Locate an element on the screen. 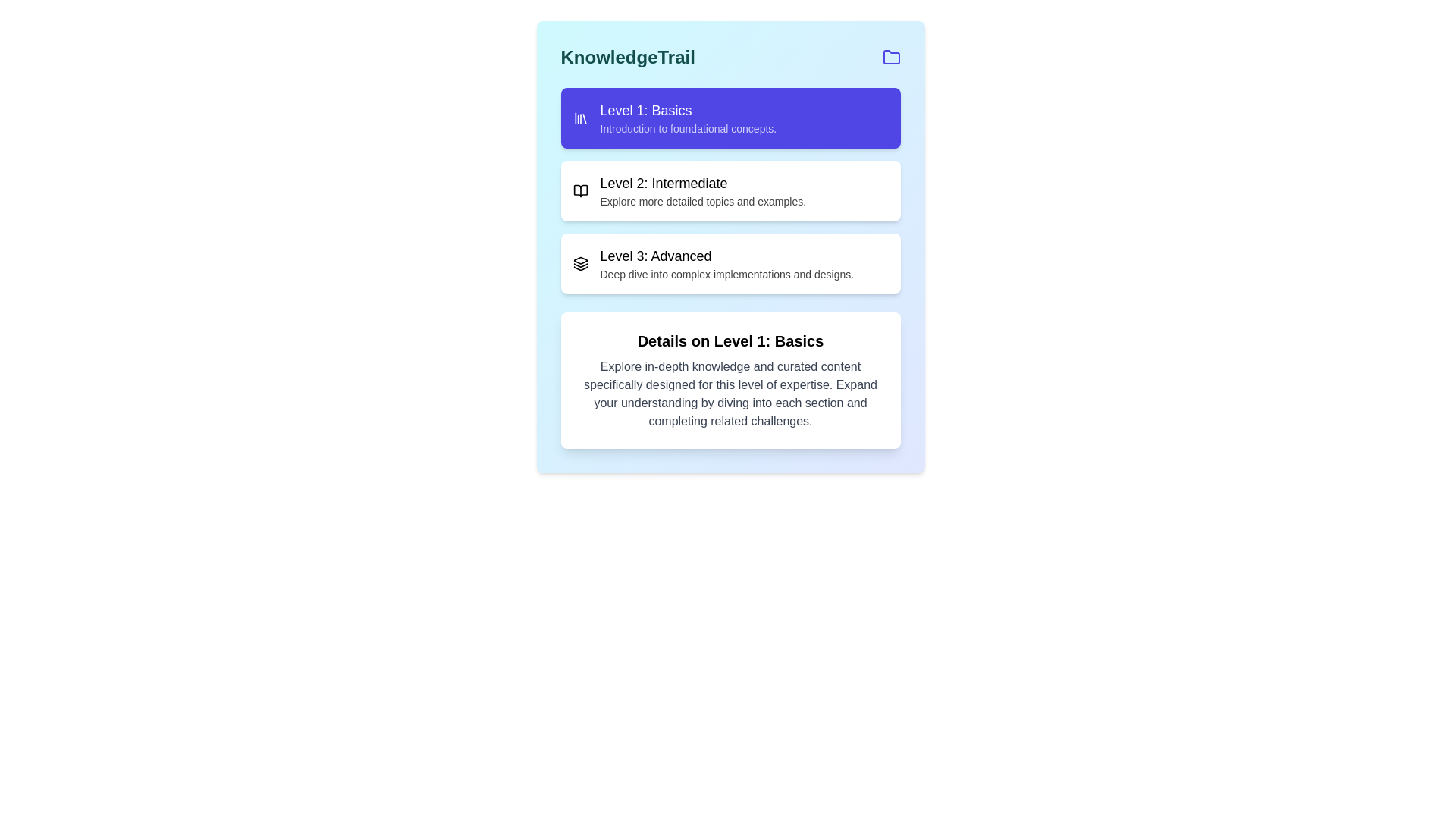 This screenshot has height=819, width=1456. the second menu item under 'KnowledgeTrail' is located at coordinates (702, 190).